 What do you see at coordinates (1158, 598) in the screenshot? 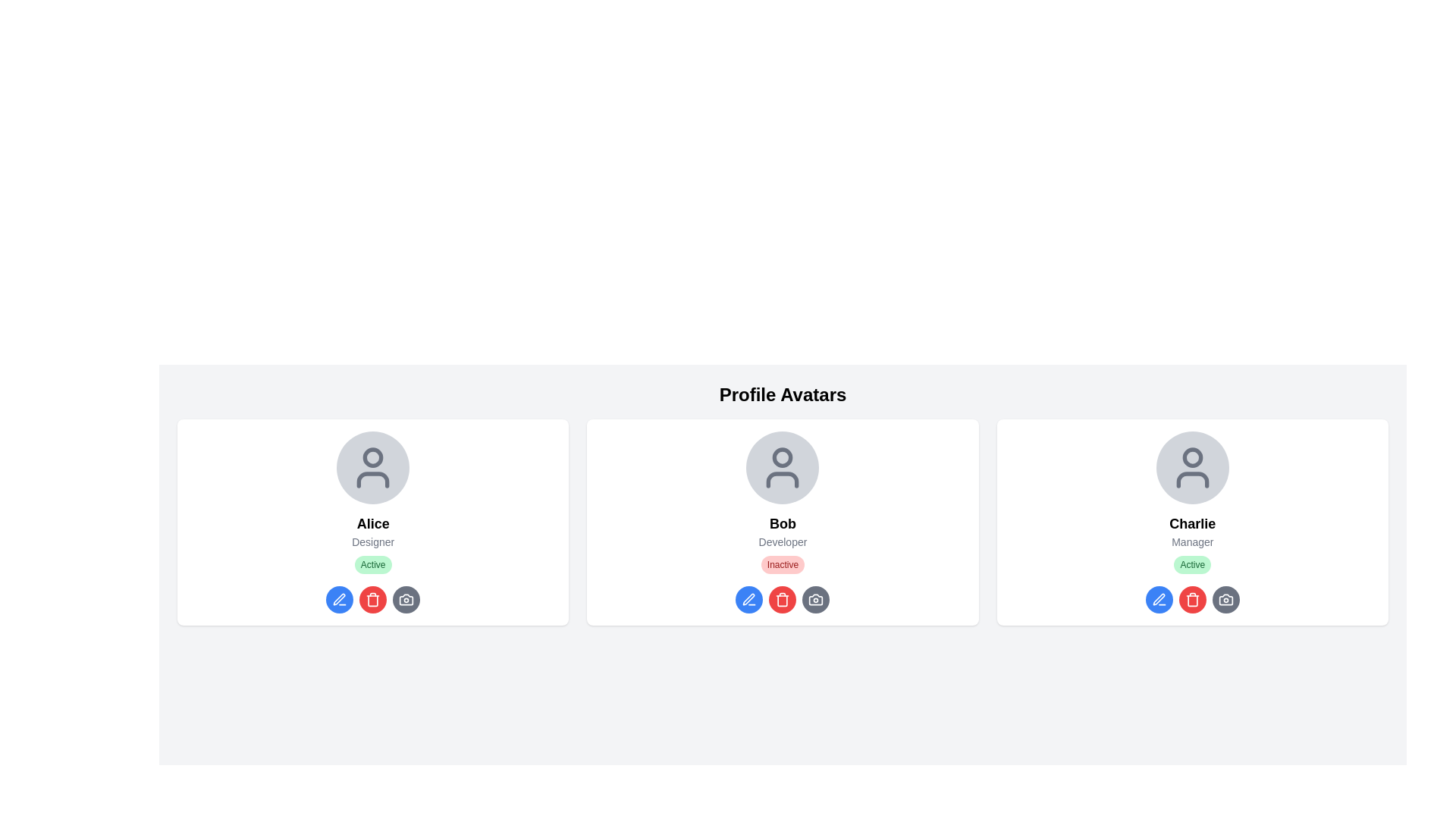
I see `the round, blue button with a white pen icon in the bottom-left of Charlie's user profile to initiate editing` at bounding box center [1158, 598].